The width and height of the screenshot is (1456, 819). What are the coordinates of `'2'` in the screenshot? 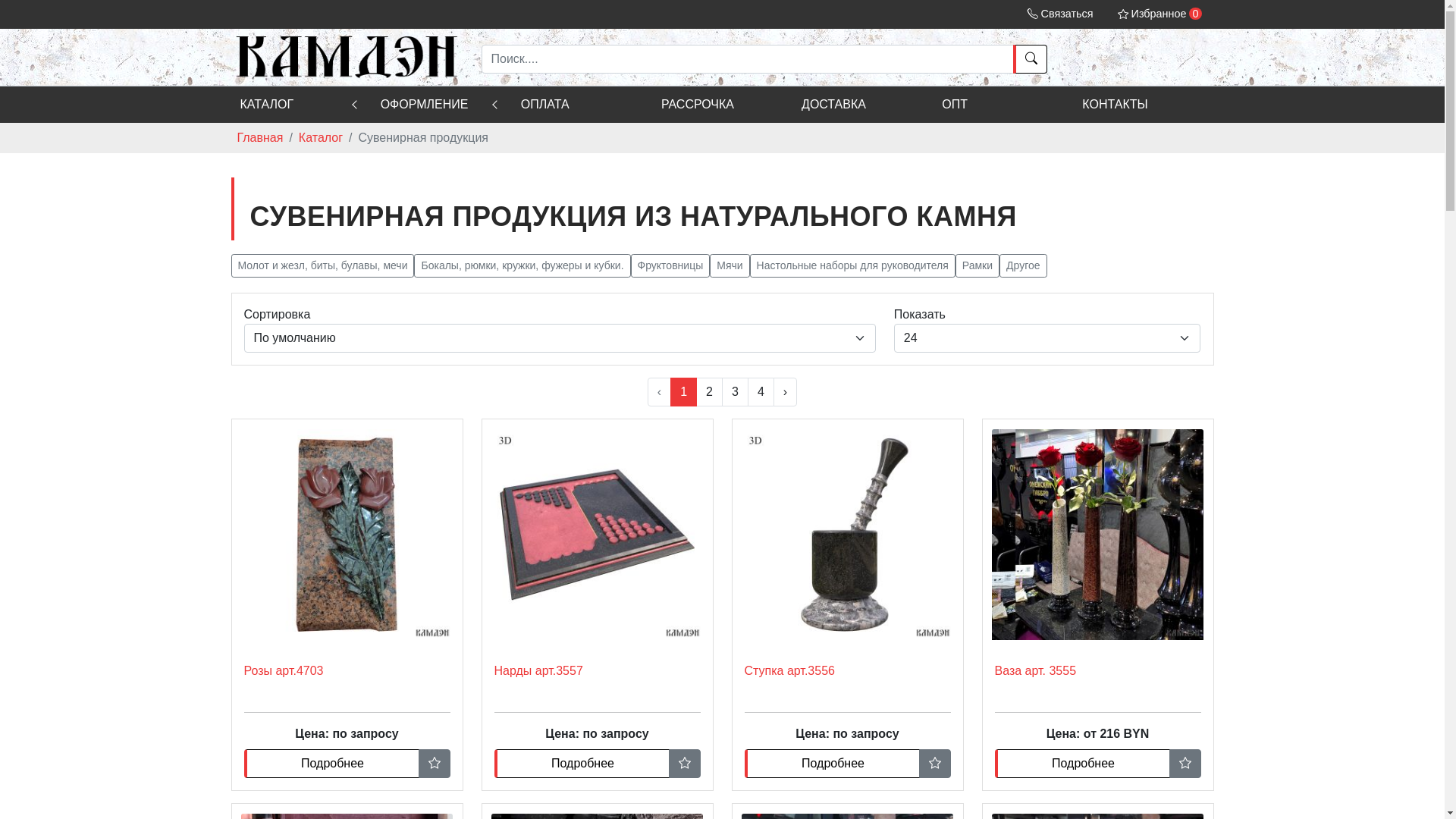 It's located at (695, 391).